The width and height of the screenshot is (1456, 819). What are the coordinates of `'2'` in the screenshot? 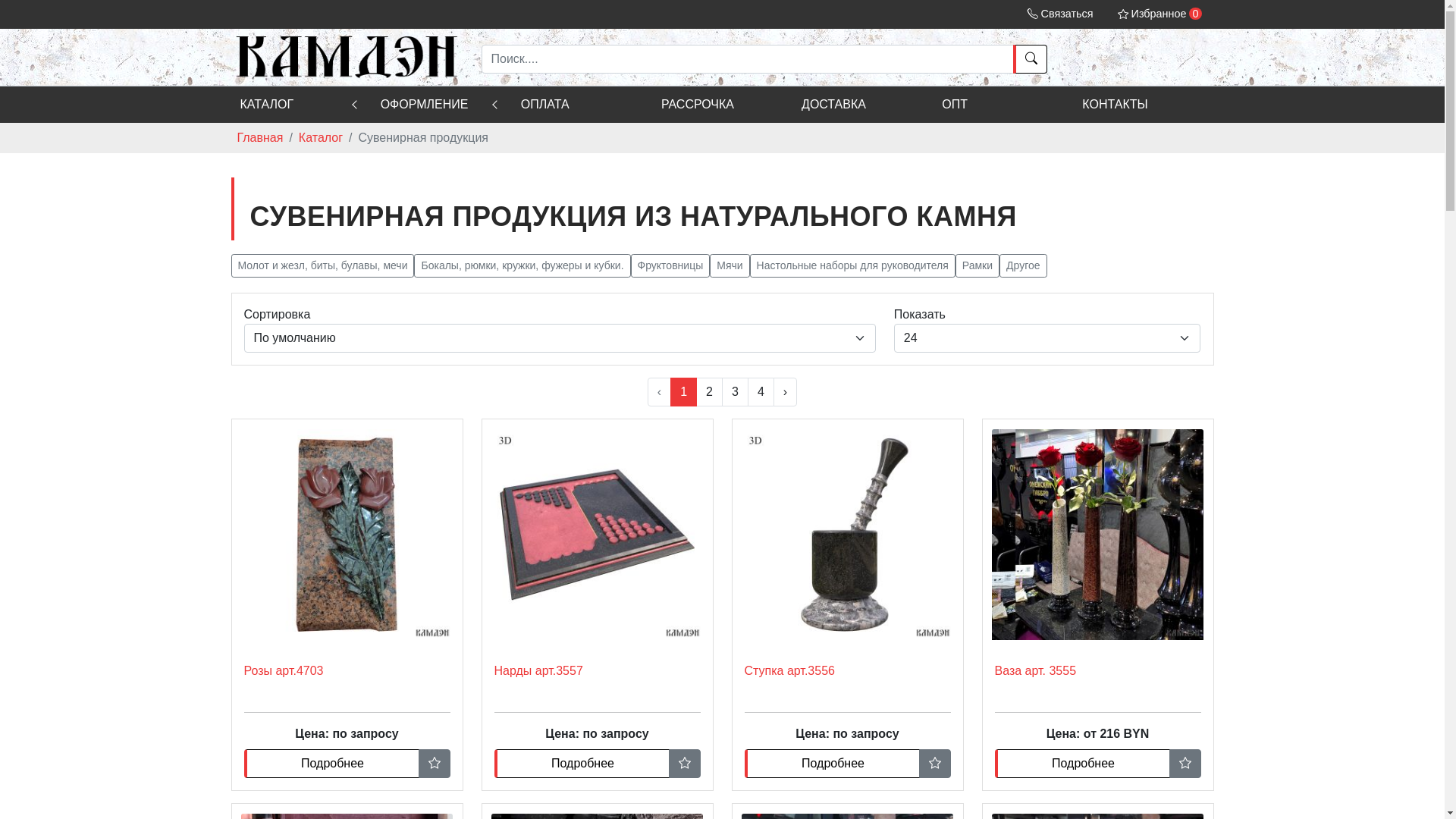 It's located at (695, 391).